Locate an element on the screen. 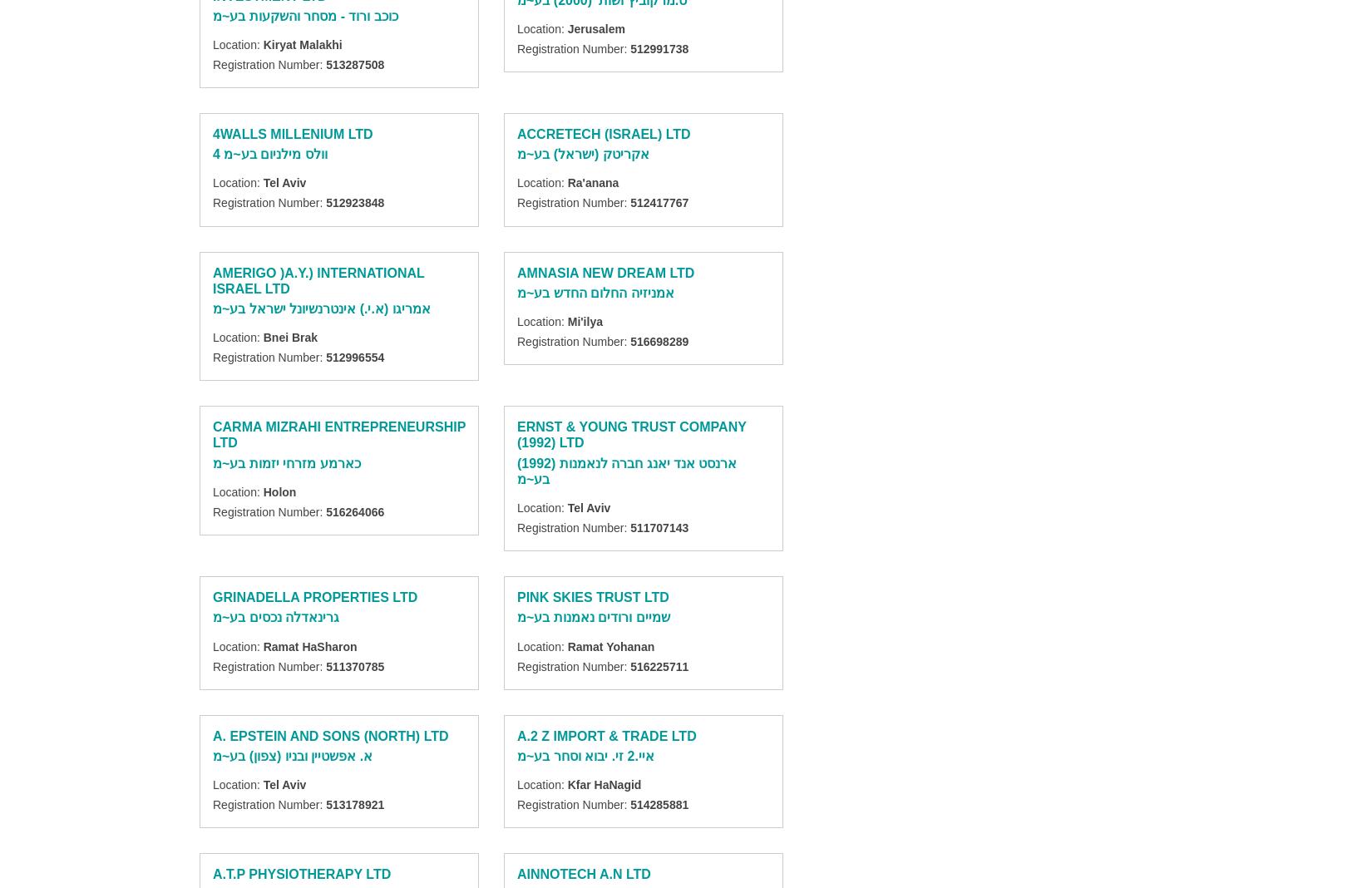 This screenshot has height=888, width=1372. '512996554' is located at coordinates (354, 357).